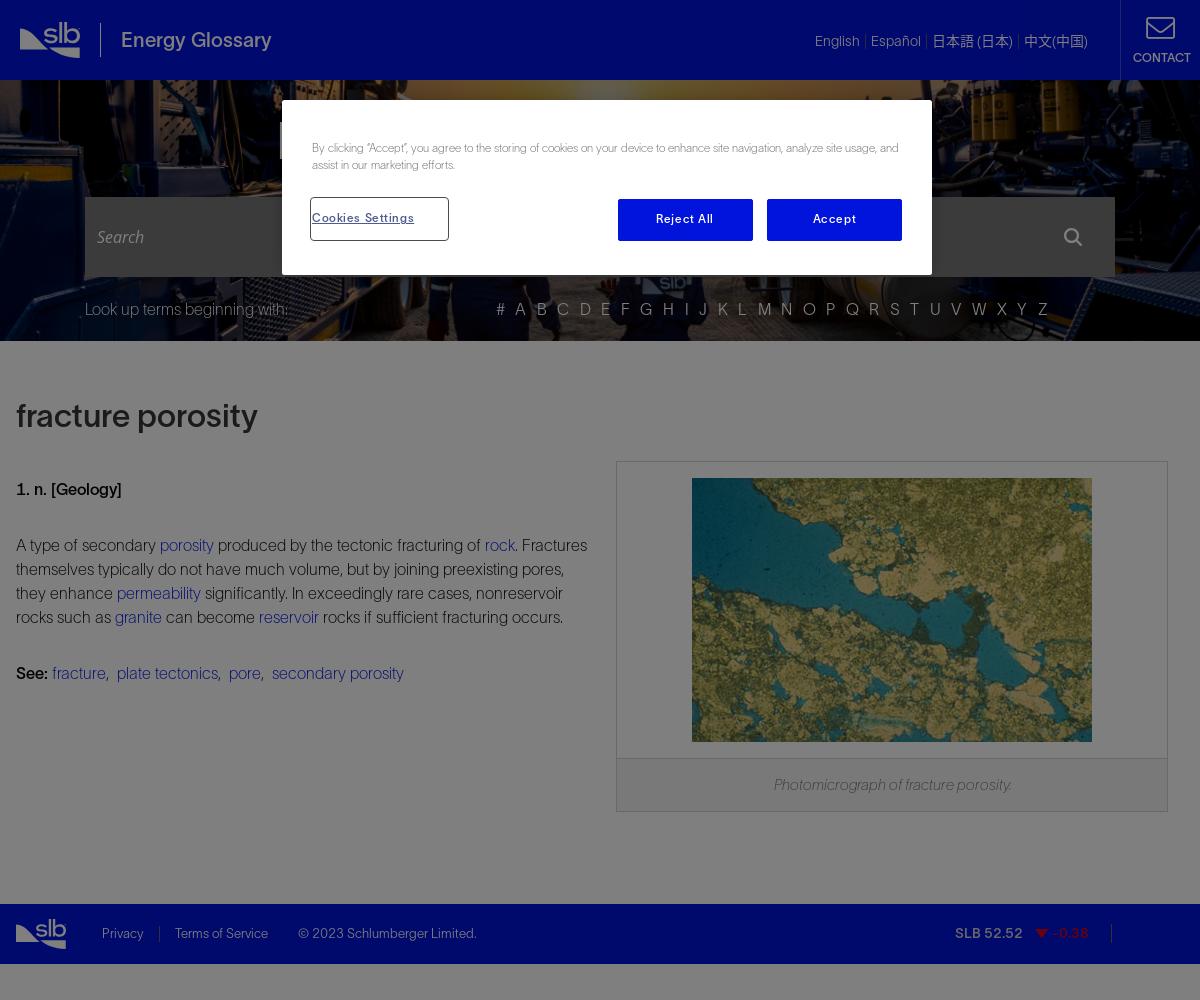 This screenshot has height=1000, width=1200. What do you see at coordinates (1041, 309) in the screenshot?
I see `'z'` at bounding box center [1041, 309].